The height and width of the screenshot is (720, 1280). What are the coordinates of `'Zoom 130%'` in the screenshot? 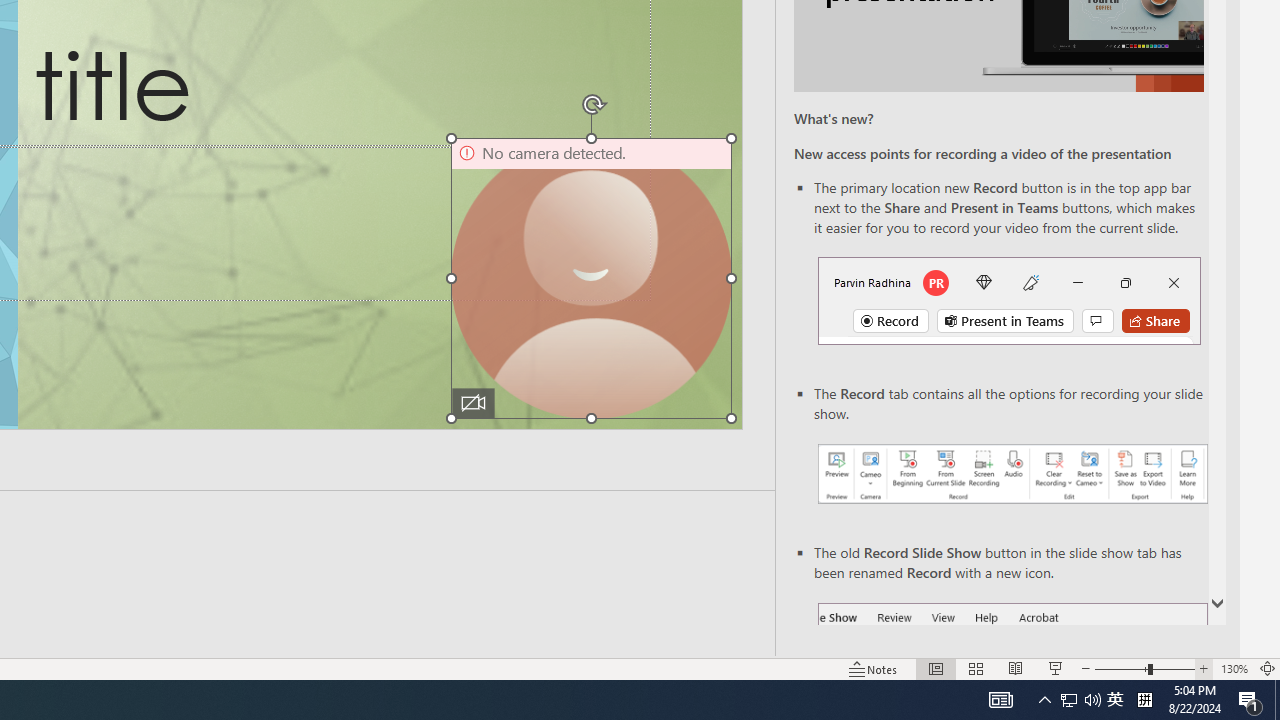 It's located at (1233, 669).